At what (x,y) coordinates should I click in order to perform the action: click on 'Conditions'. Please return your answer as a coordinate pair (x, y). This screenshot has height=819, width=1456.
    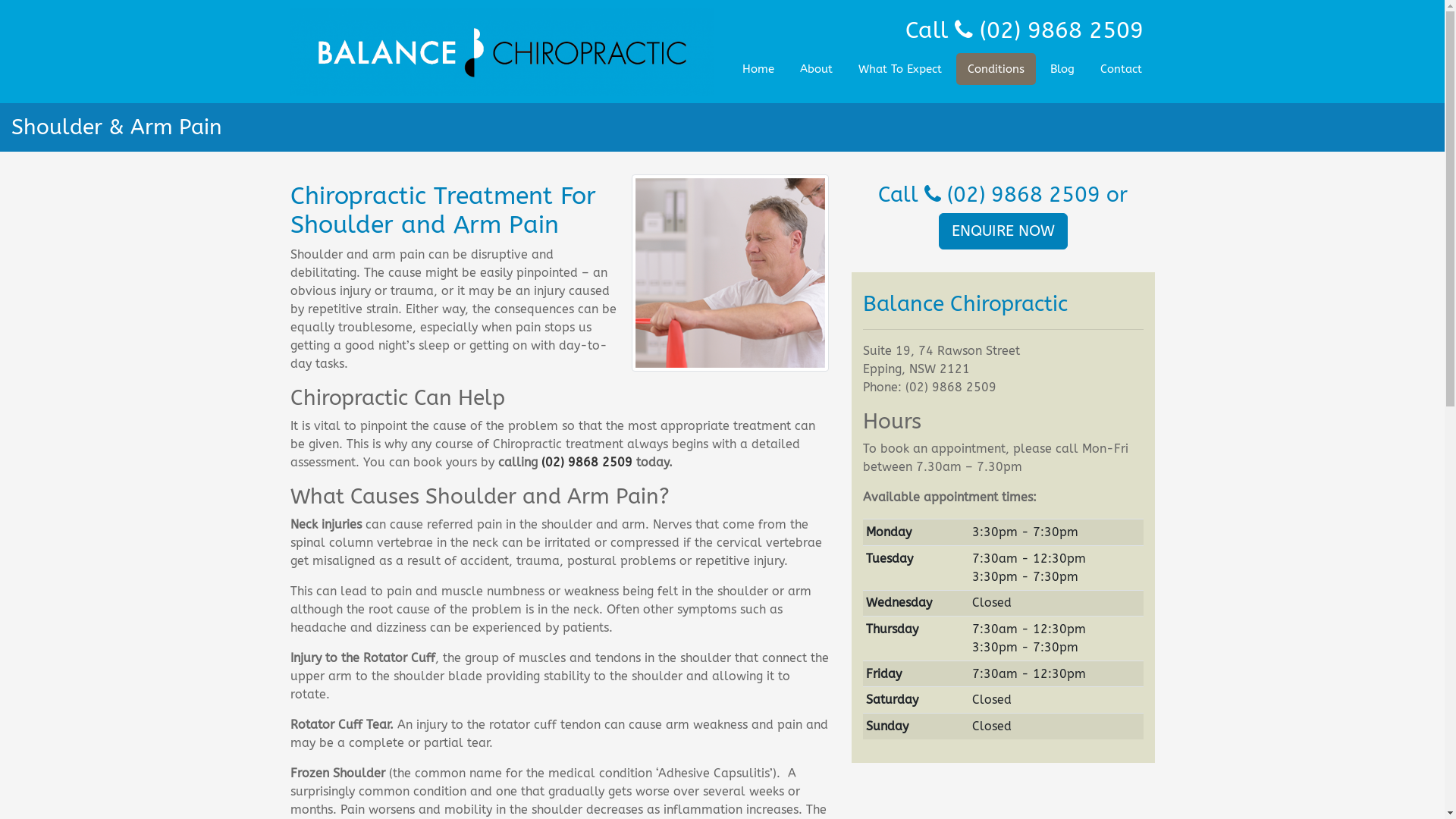
    Looking at the image, I should click on (995, 69).